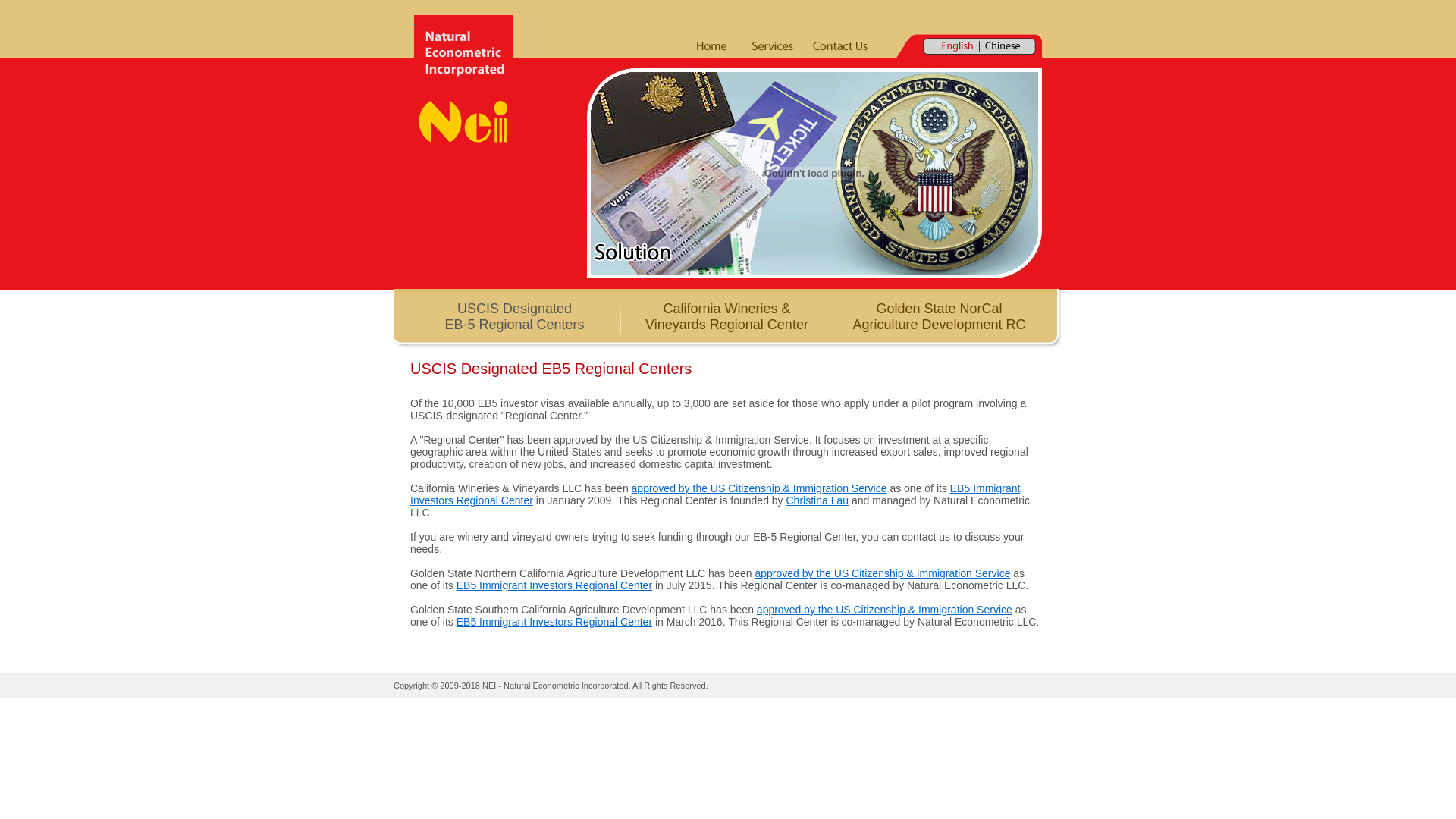 This screenshot has height=819, width=1456. I want to click on 'approved by the US Citizenship & Immigration Service', so click(759, 488).